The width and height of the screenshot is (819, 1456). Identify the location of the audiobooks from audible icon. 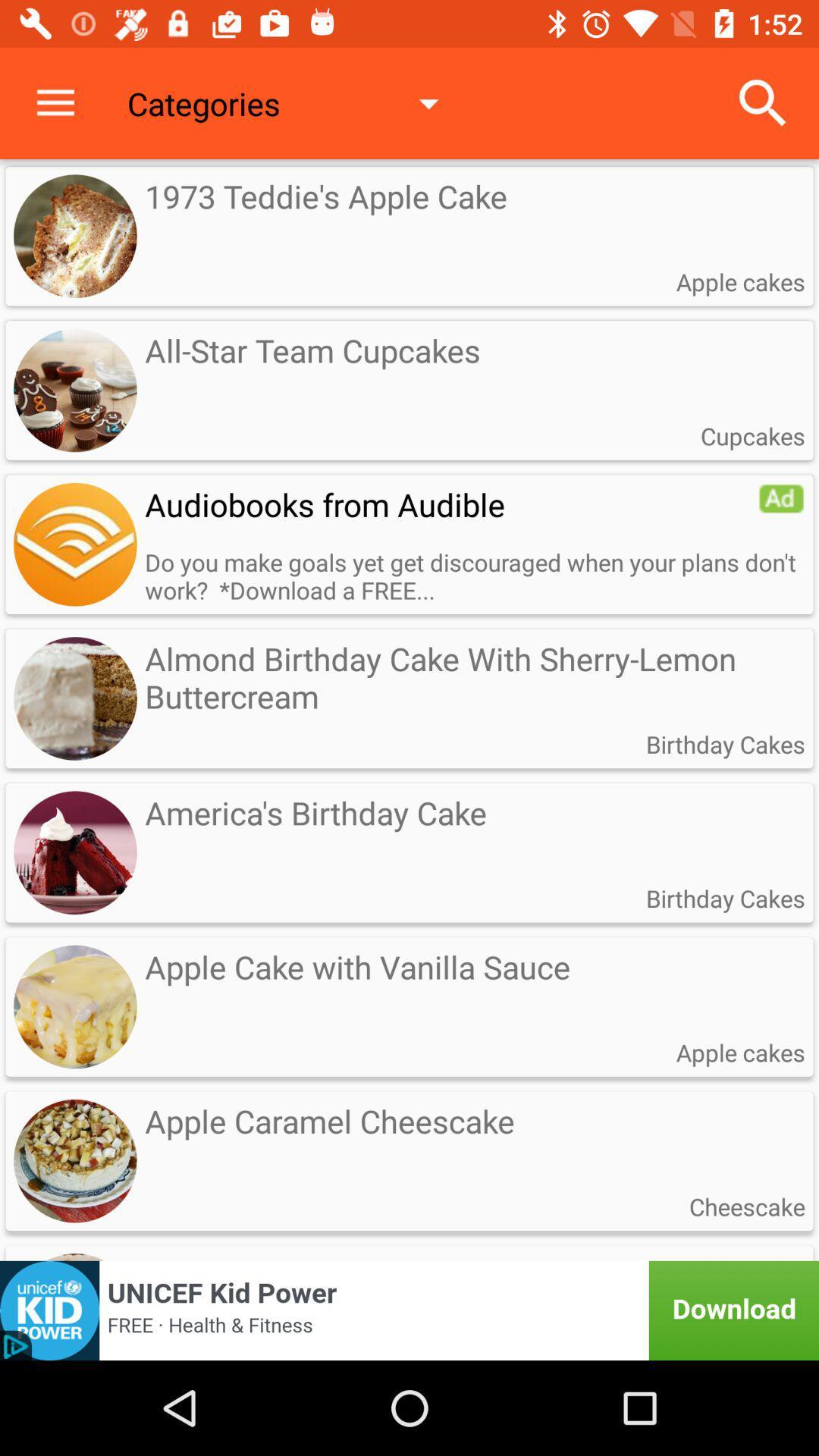
(450, 504).